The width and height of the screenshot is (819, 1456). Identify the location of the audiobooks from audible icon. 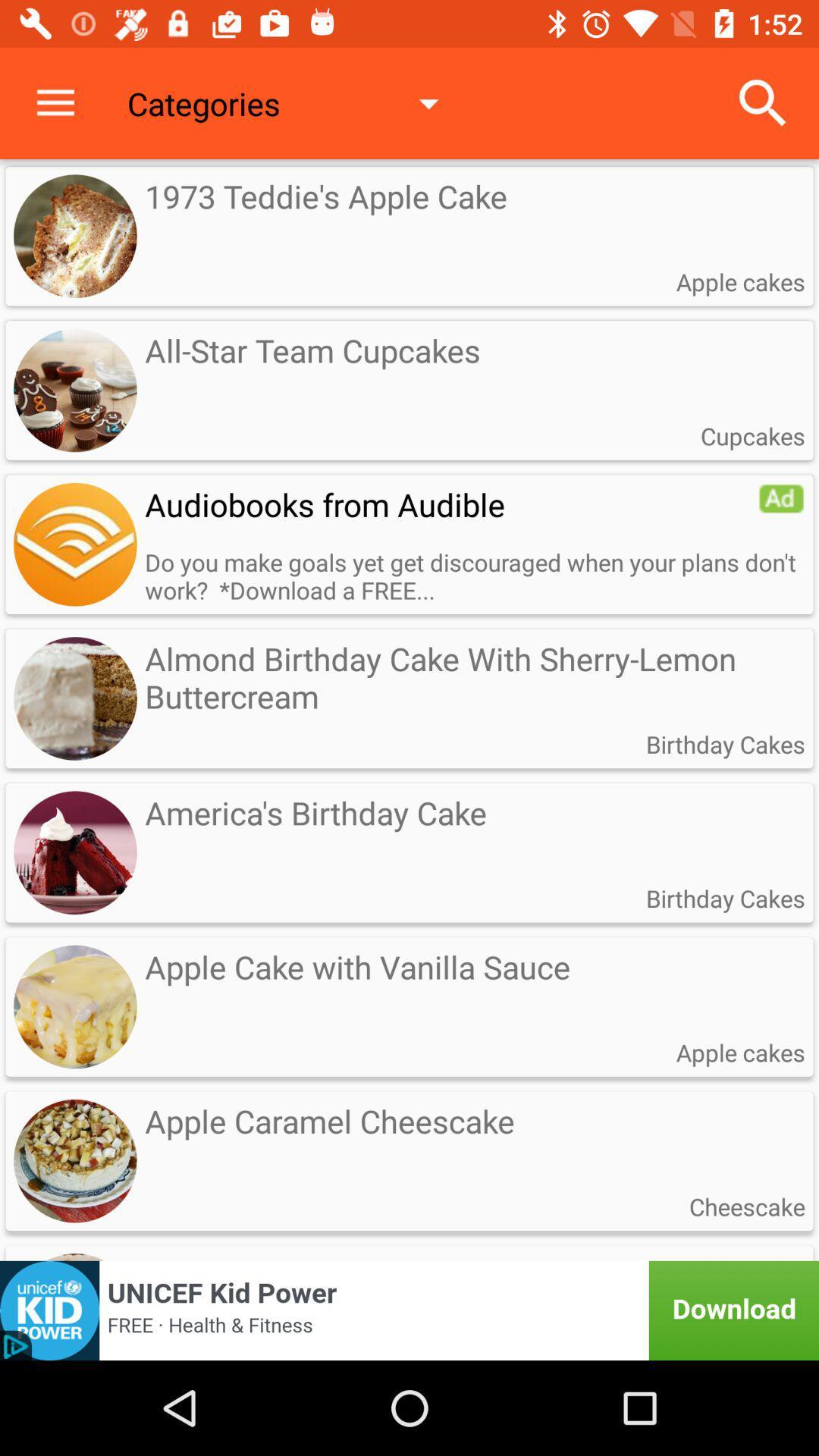
(450, 504).